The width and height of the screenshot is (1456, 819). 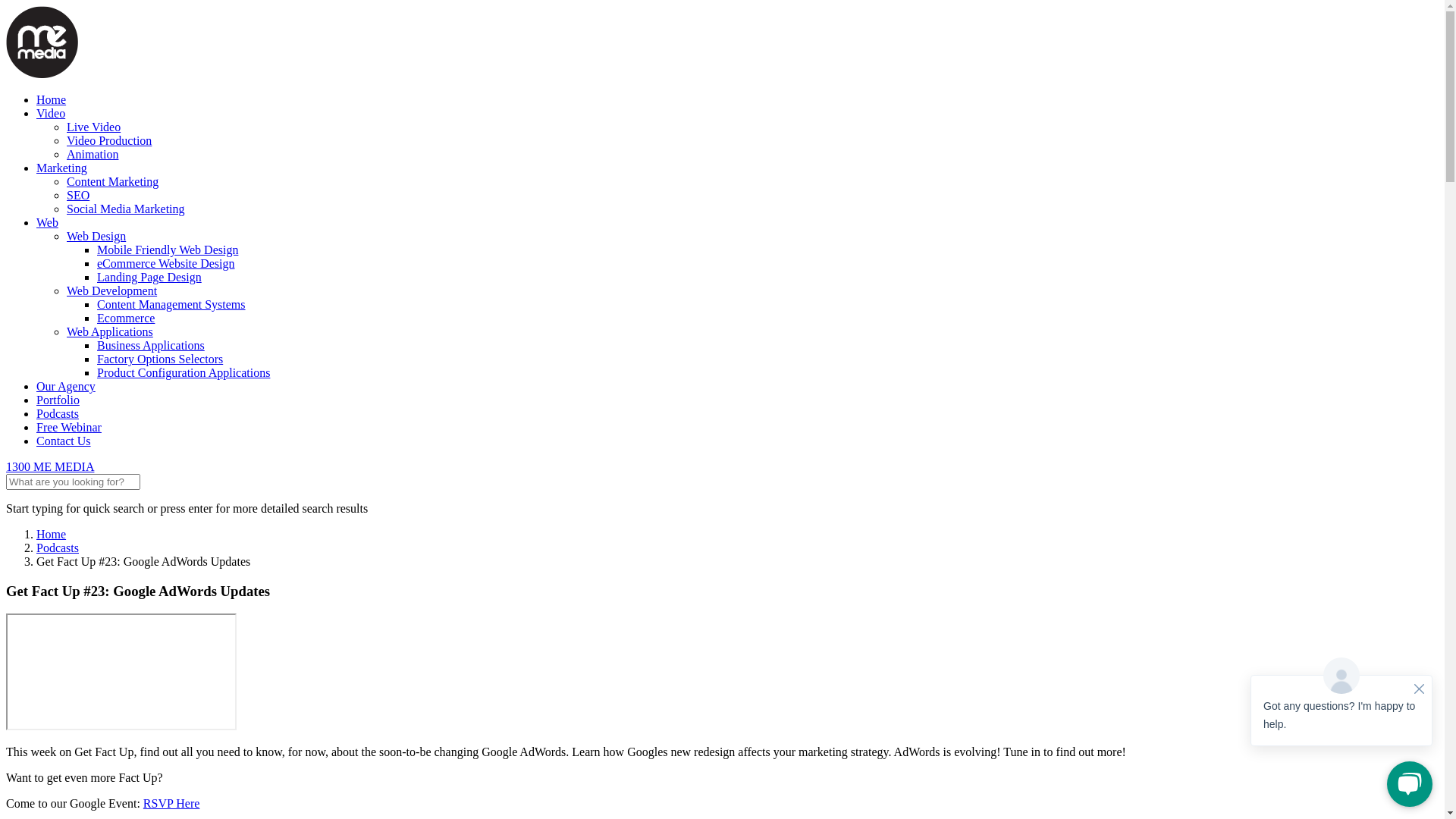 I want to click on 'Live Video', so click(x=93, y=126).